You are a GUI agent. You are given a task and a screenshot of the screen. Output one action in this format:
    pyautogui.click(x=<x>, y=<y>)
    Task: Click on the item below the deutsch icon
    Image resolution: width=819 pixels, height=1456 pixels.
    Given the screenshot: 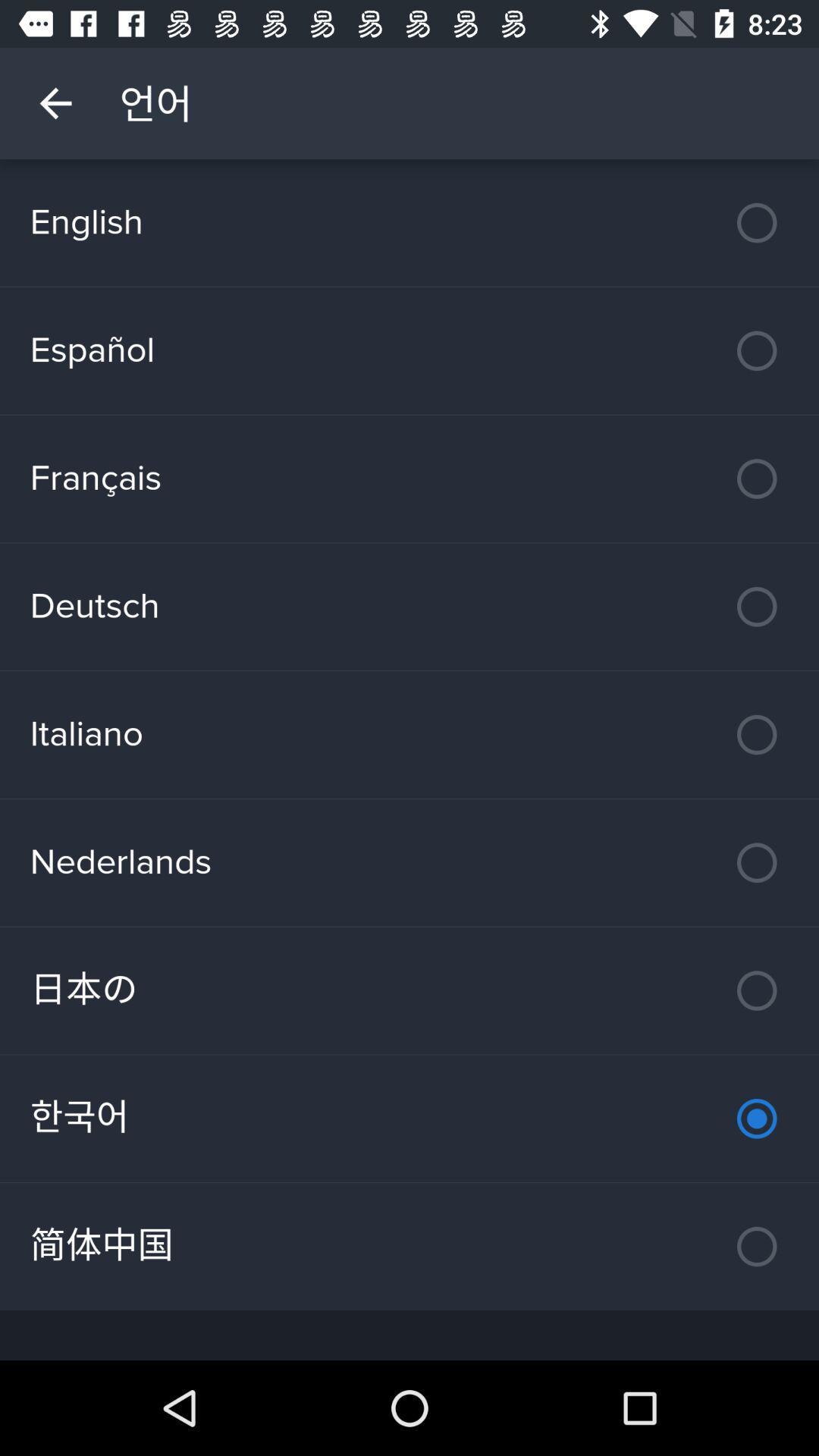 What is the action you would take?
    pyautogui.click(x=409, y=735)
    